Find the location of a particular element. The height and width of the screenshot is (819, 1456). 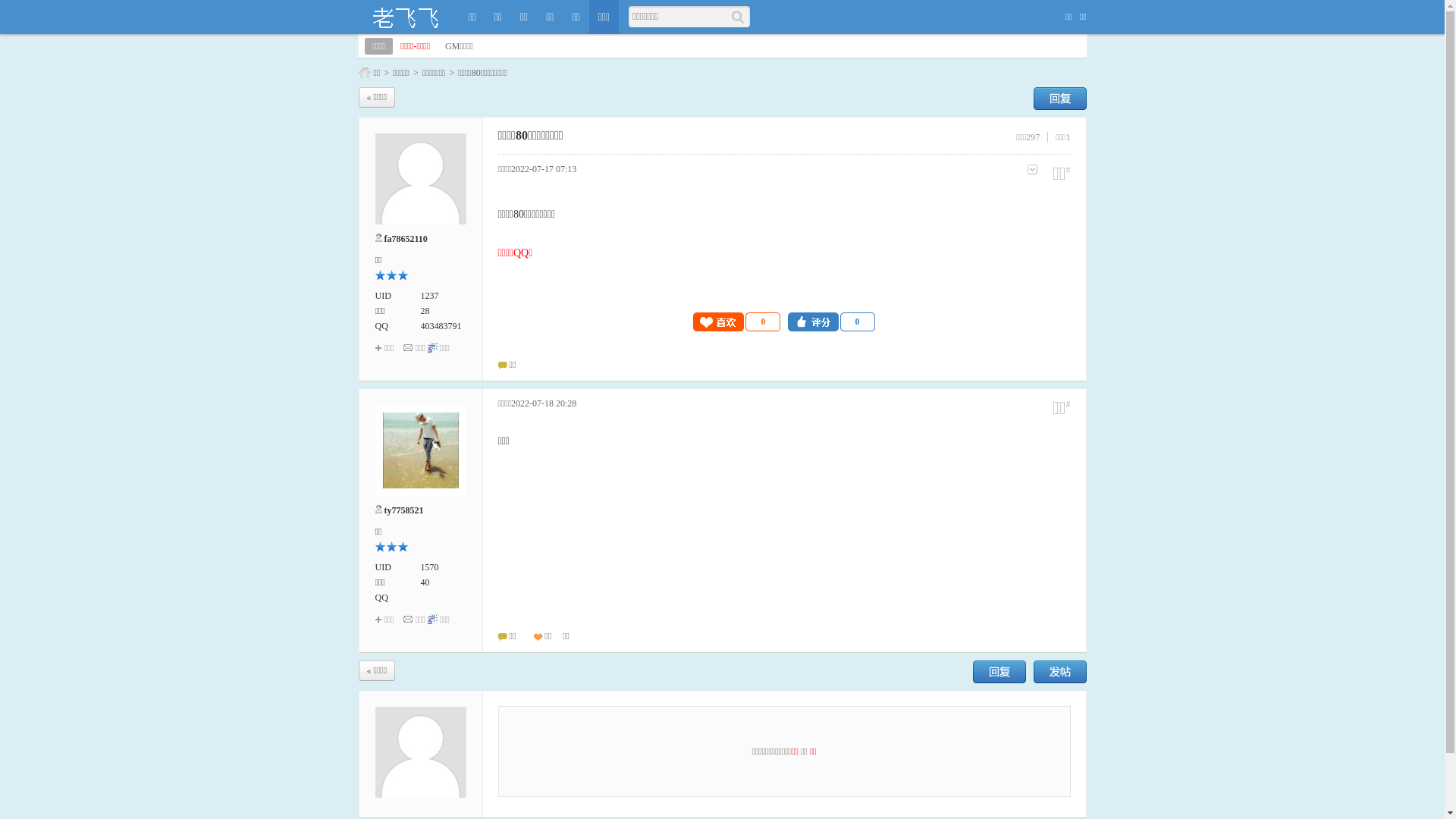

'28' is located at coordinates (419, 309).